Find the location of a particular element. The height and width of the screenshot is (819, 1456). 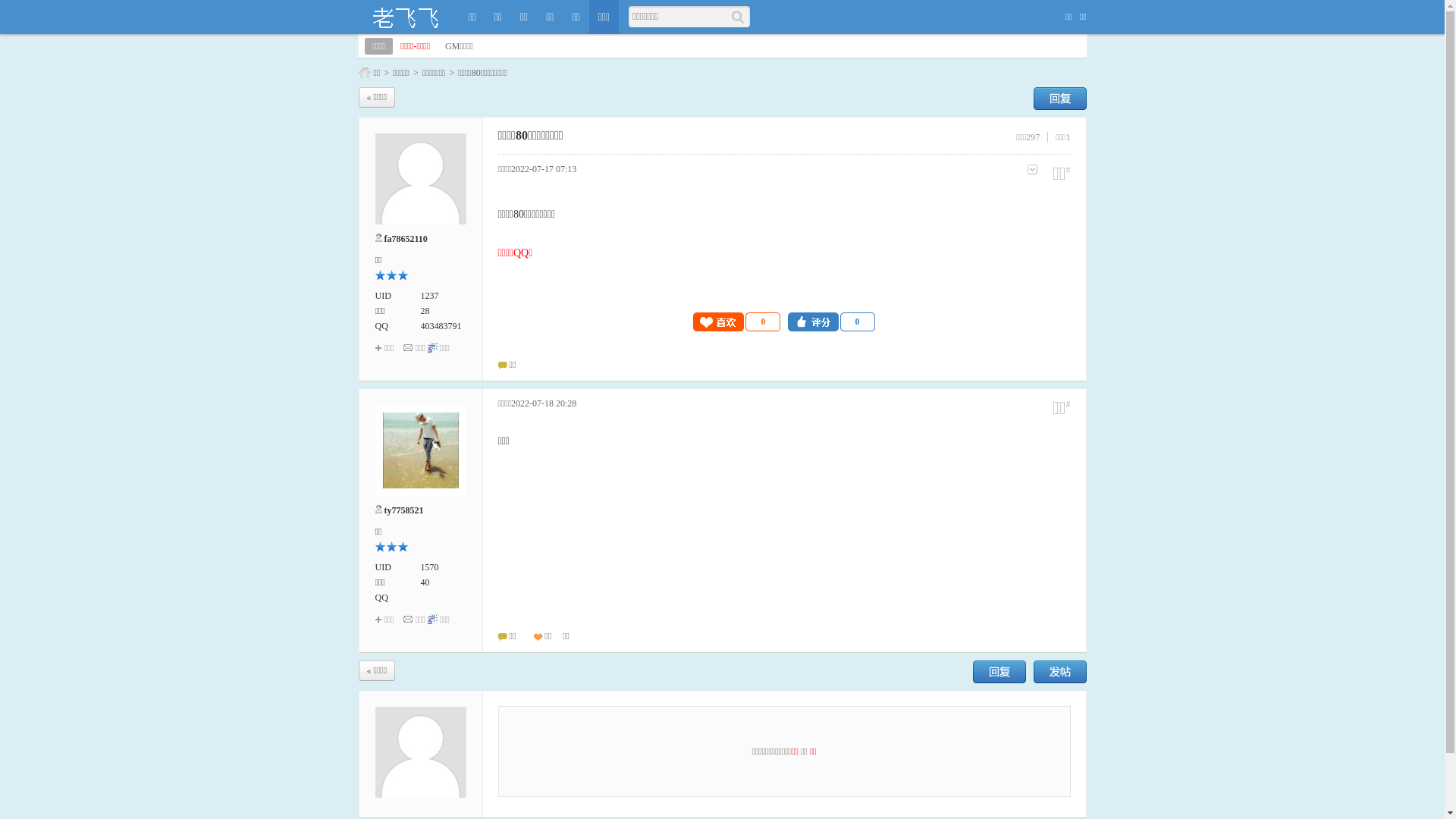

'28' is located at coordinates (419, 309).